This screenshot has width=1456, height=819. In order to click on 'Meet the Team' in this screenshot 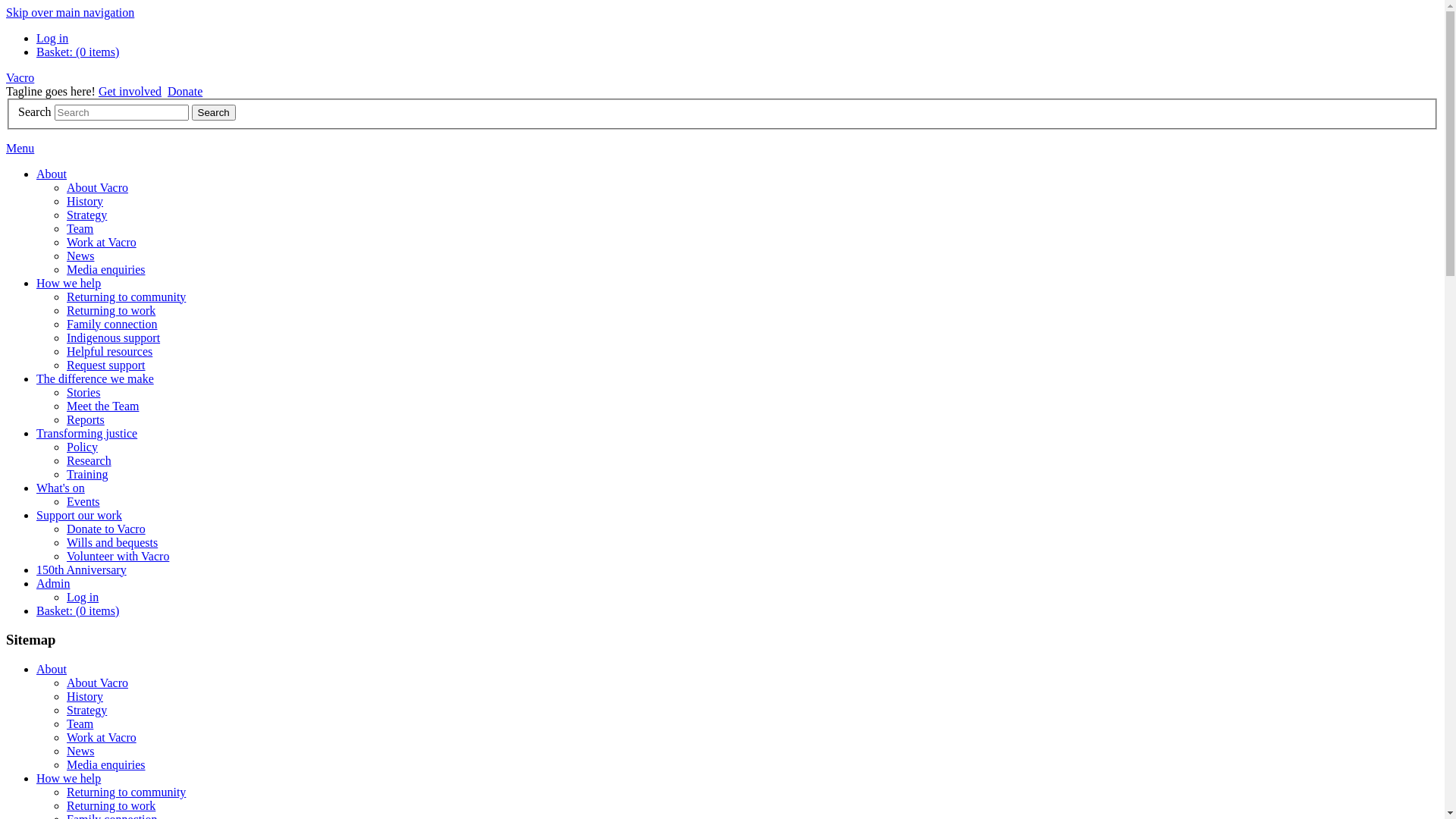, I will do `click(102, 405)`.